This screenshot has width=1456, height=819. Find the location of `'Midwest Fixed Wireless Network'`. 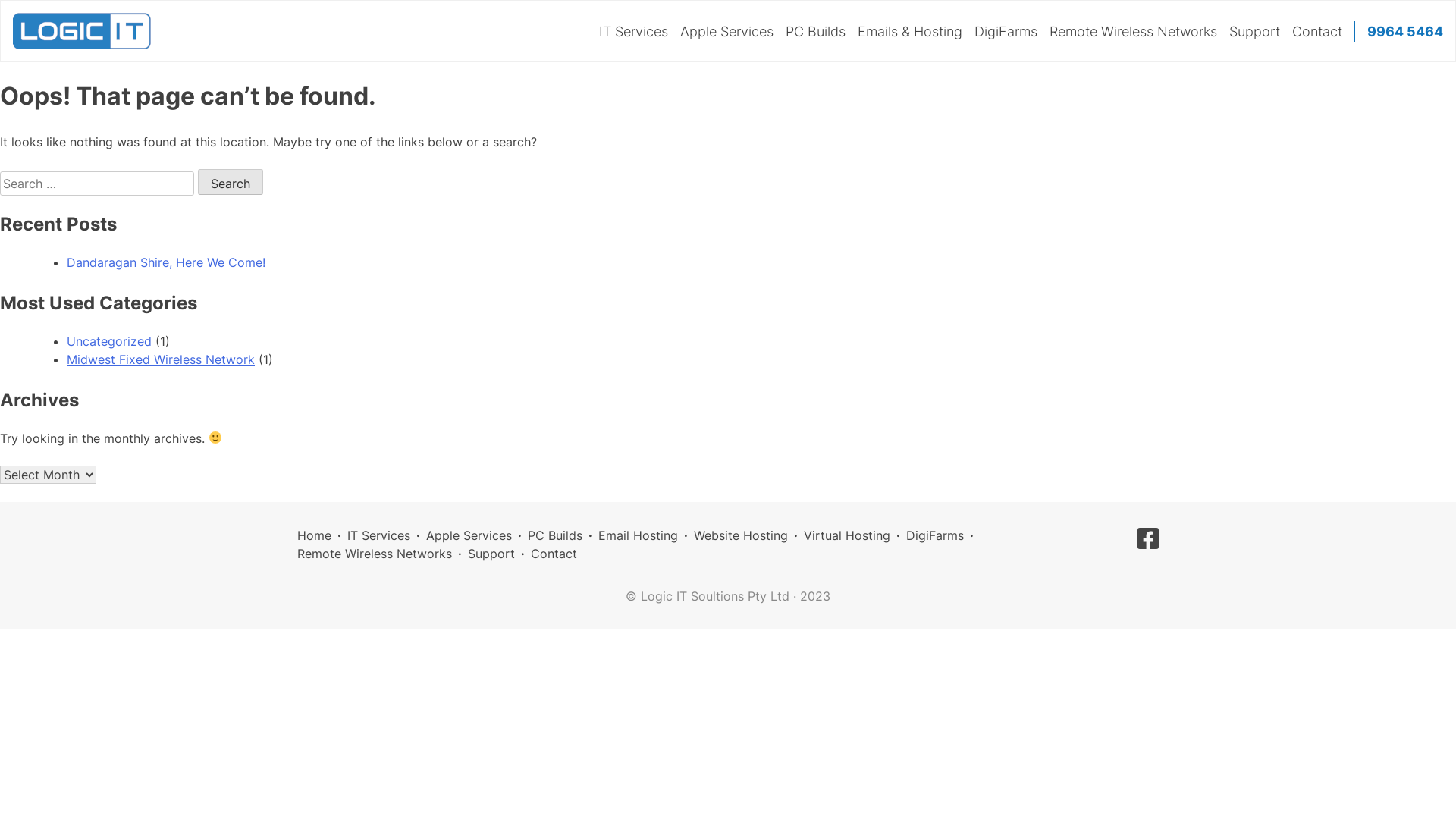

'Midwest Fixed Wireless Network' is located at coordinates (160, 359).